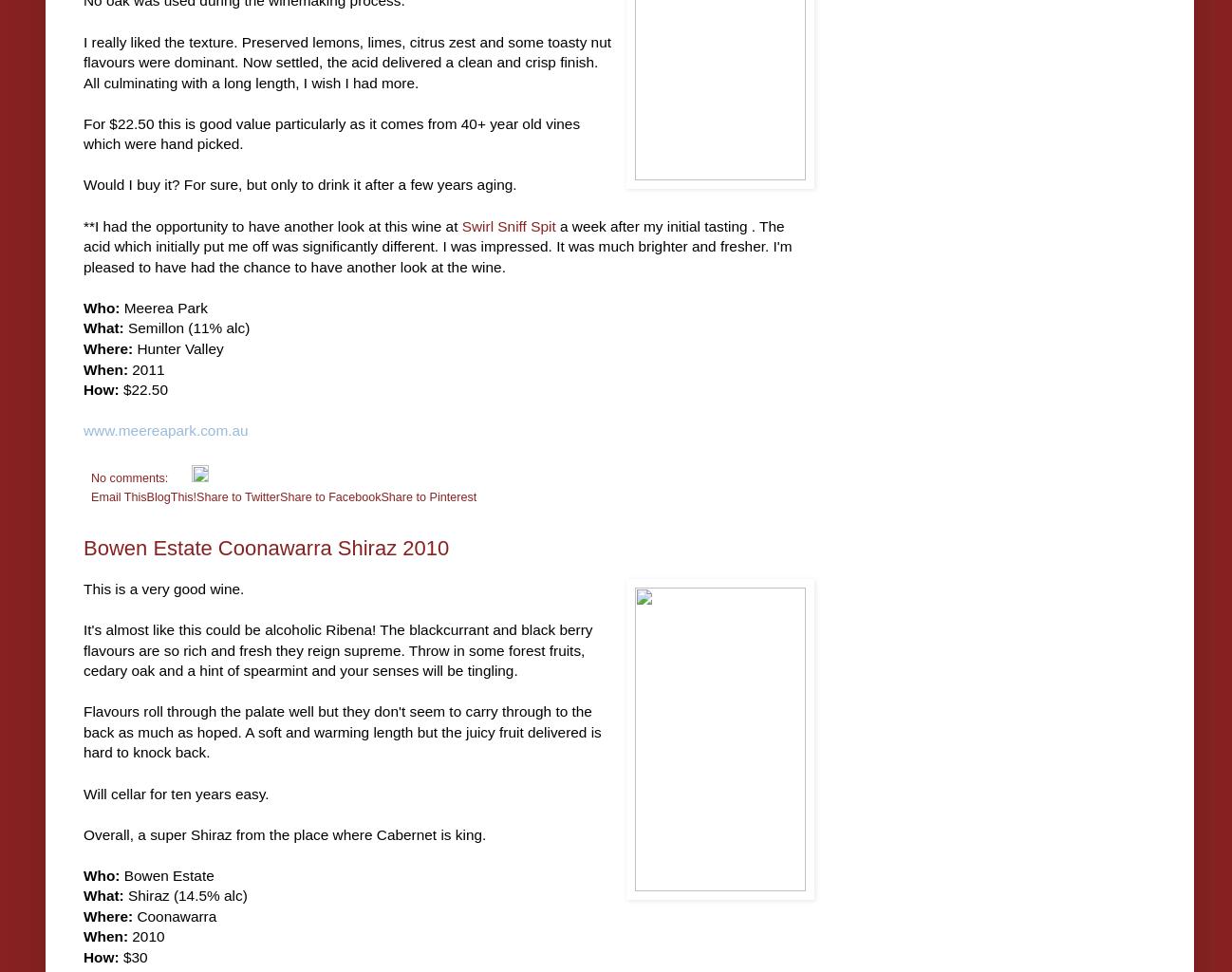  What do you see at coordinates (329, 495) in the screenshot?
I see `'Share to Facebook'` at bounding box center [329, 495].